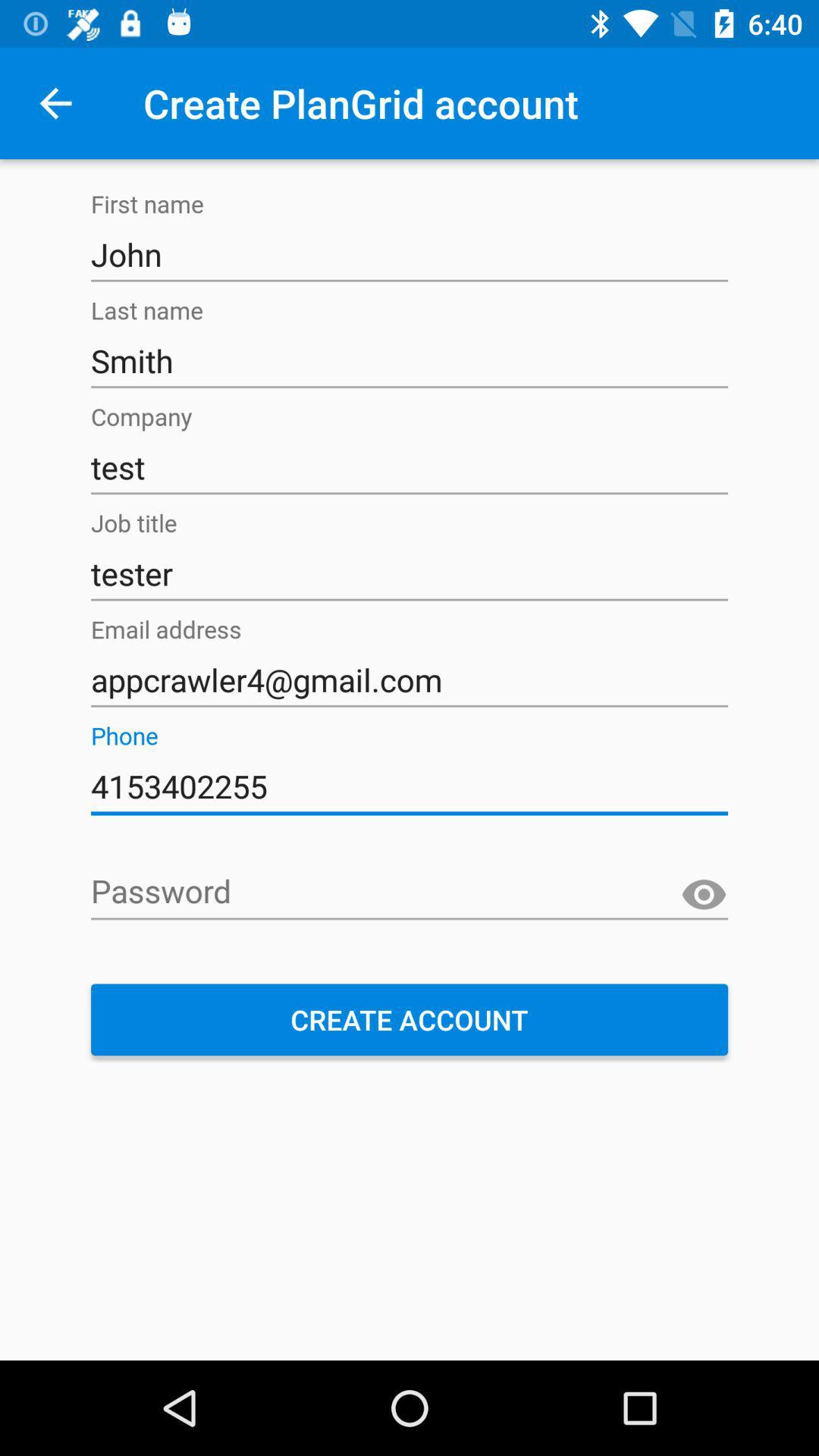 This screenshot has height=1456, width=819. I want to click on the smith, so click(409, 360).